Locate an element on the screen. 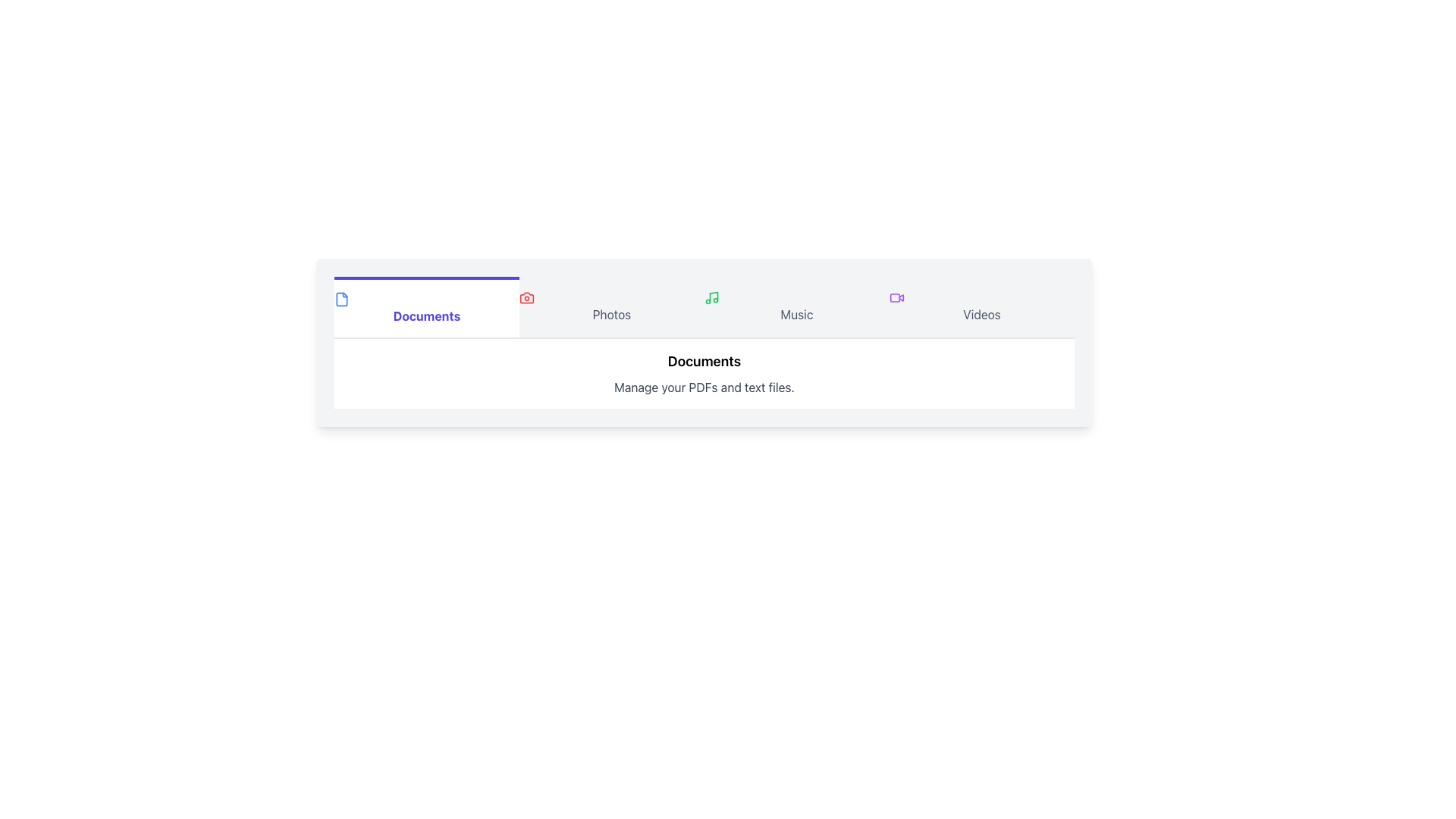  the 'Music' category icon located in the third position from the left in the horizontal navigation menu is located at coordinates (713, 297).